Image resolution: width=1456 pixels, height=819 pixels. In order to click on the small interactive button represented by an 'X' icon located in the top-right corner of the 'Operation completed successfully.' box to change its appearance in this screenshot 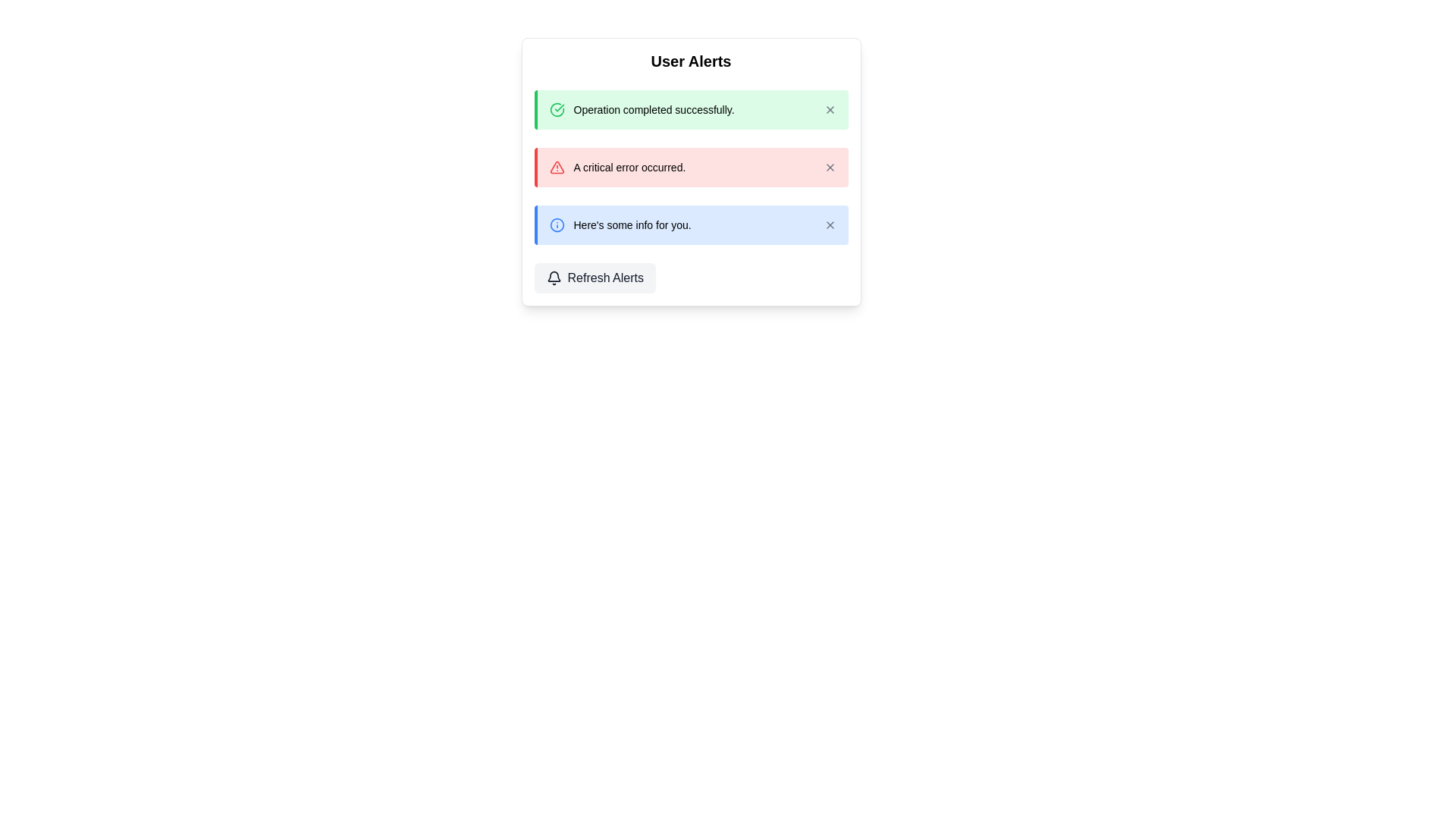, I will do `click(829, 109)`.